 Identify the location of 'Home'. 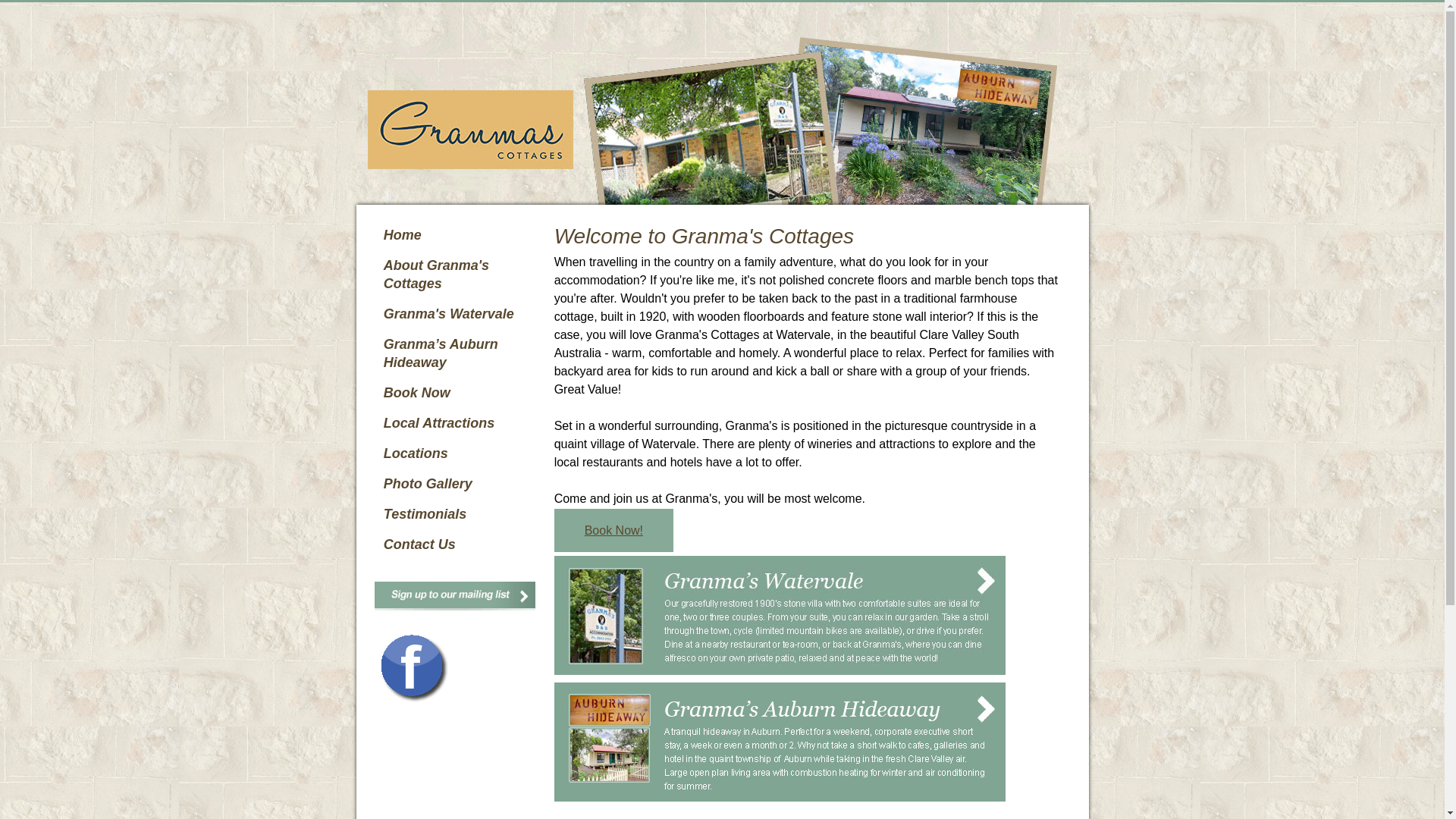
(375, 234).